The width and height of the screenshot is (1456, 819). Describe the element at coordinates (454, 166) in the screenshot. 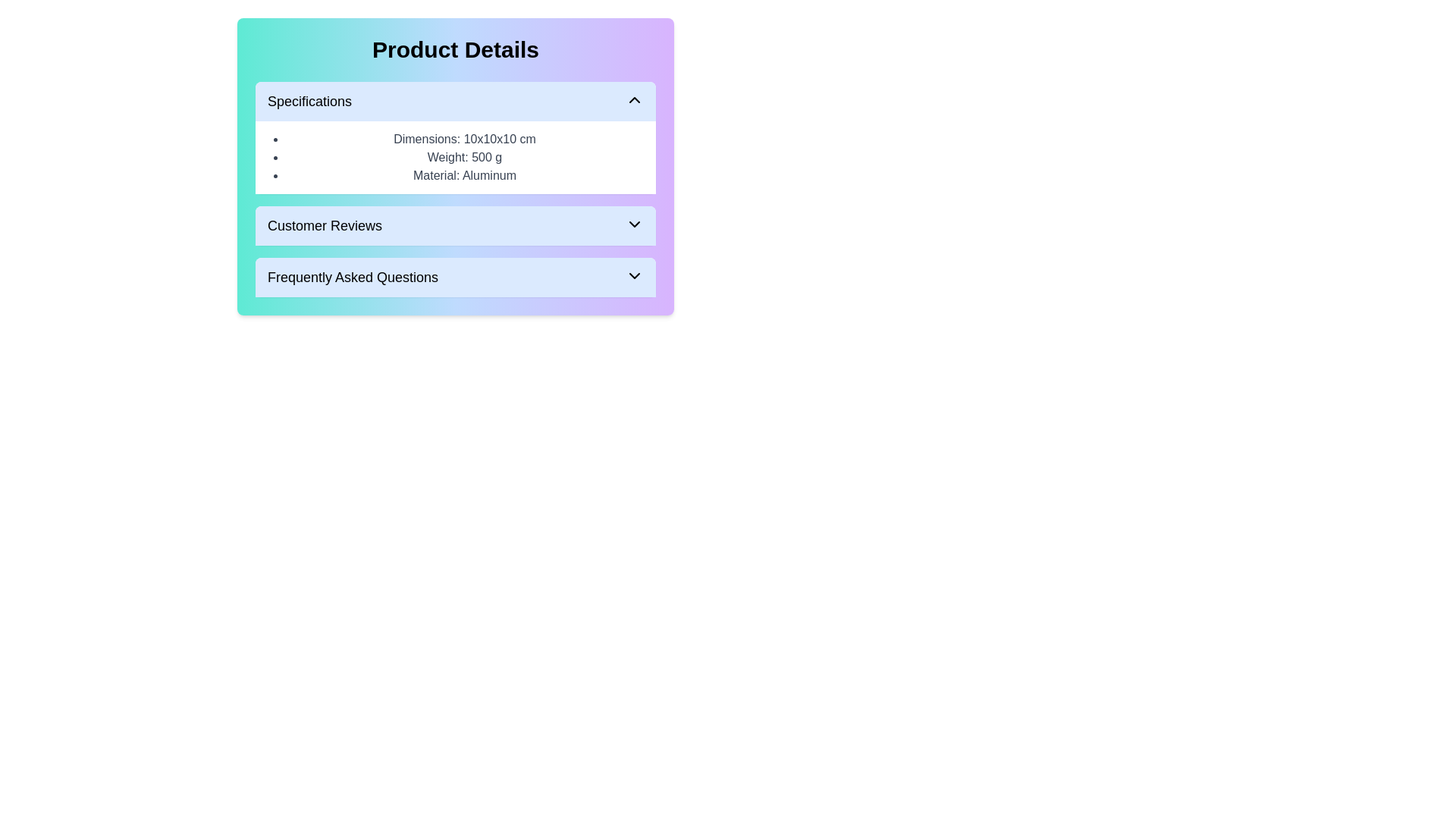

I see `the Information panel that displays key product details such as specifications, dimensions, weight, and material` at that location.